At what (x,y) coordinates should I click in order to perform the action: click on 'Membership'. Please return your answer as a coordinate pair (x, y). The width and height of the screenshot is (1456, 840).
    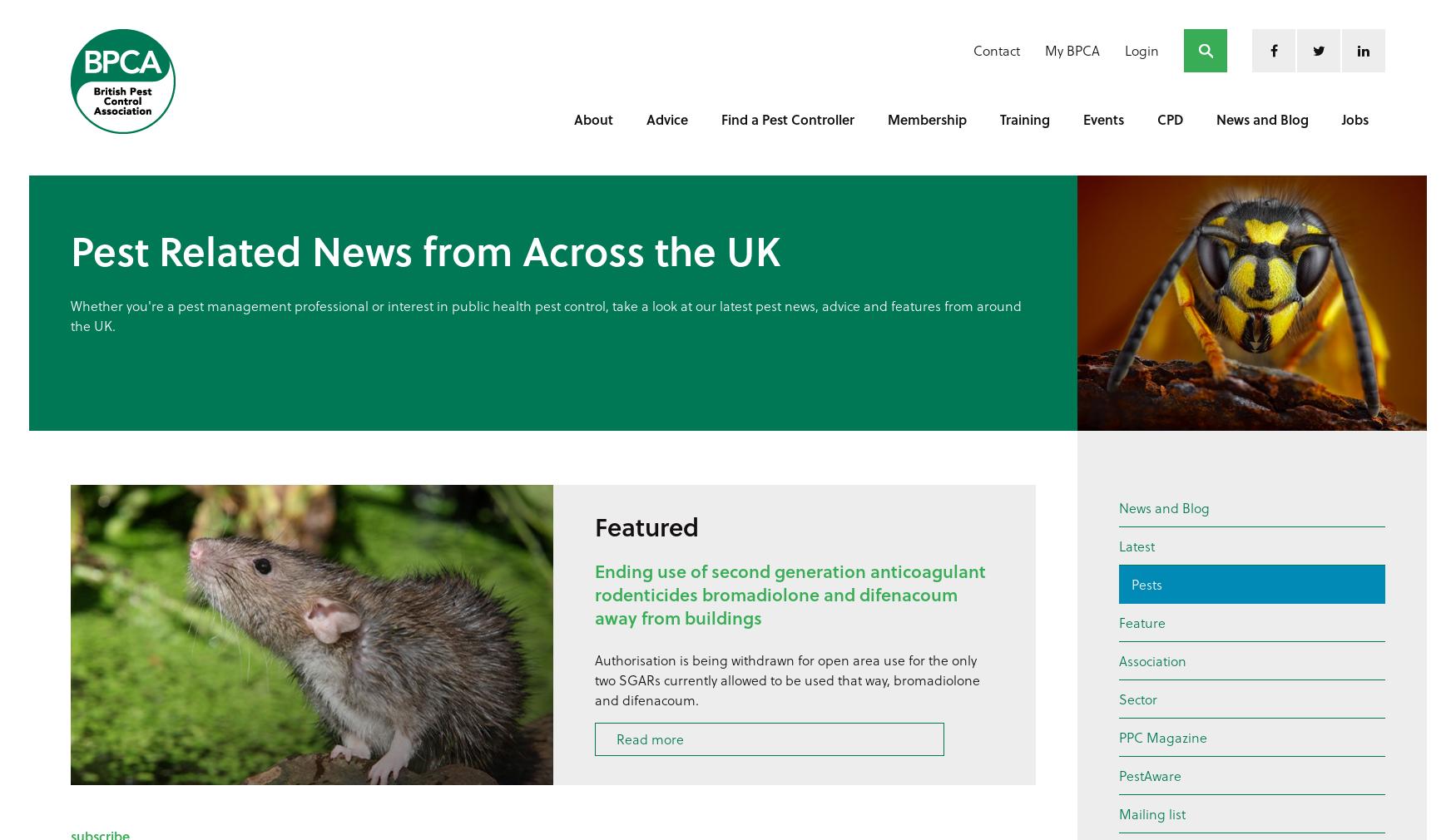
    Looking at the image, I should click on (927, 118).